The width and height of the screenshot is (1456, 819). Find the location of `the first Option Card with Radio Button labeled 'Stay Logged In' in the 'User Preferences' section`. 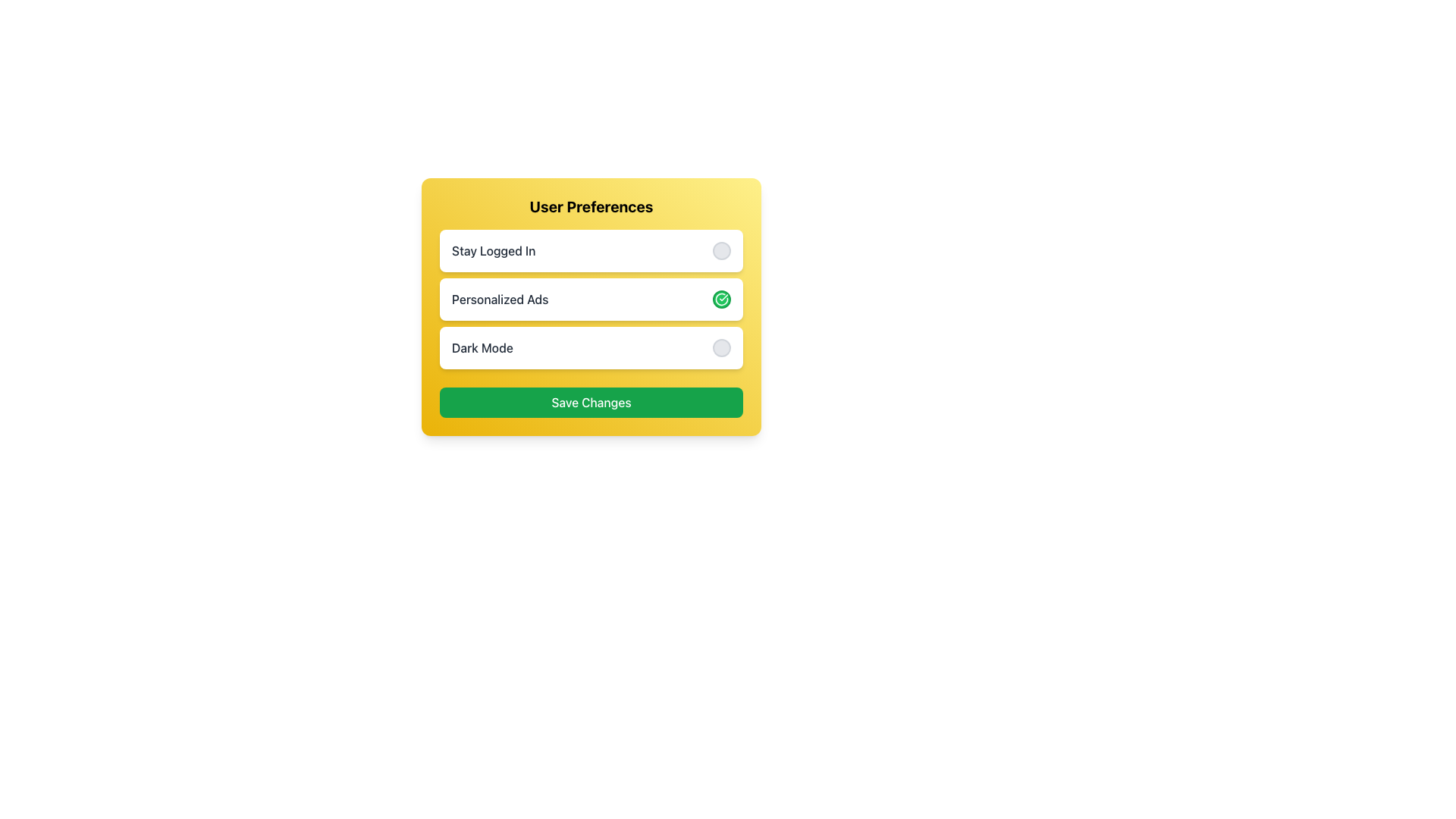

the first Option Card with Radio Button labeled 'Stay Logged In' in the 'User Preferences' section is located at coordinates (590, 250).